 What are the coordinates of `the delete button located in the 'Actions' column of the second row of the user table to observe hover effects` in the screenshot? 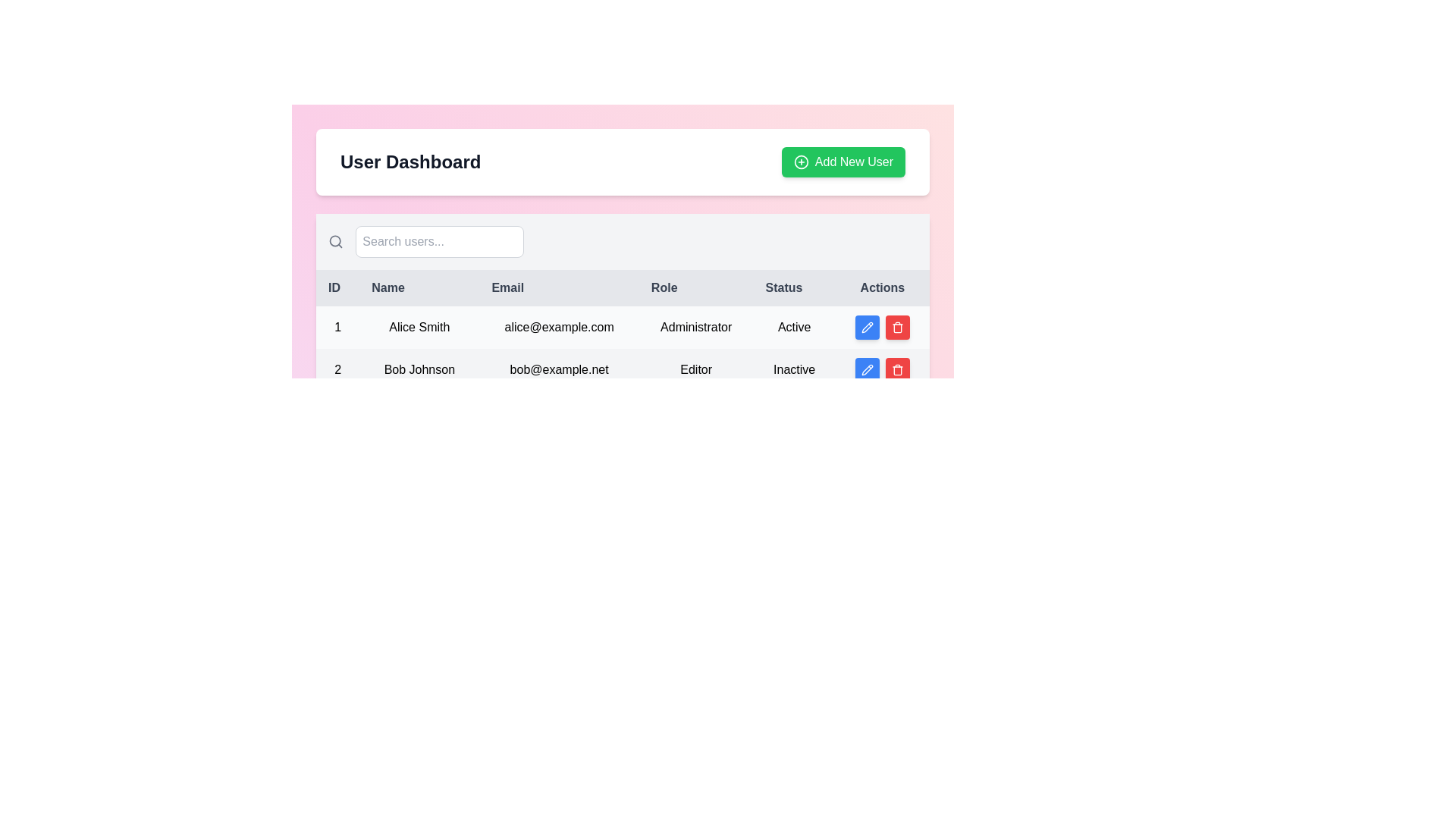 It's located at (897, 370).